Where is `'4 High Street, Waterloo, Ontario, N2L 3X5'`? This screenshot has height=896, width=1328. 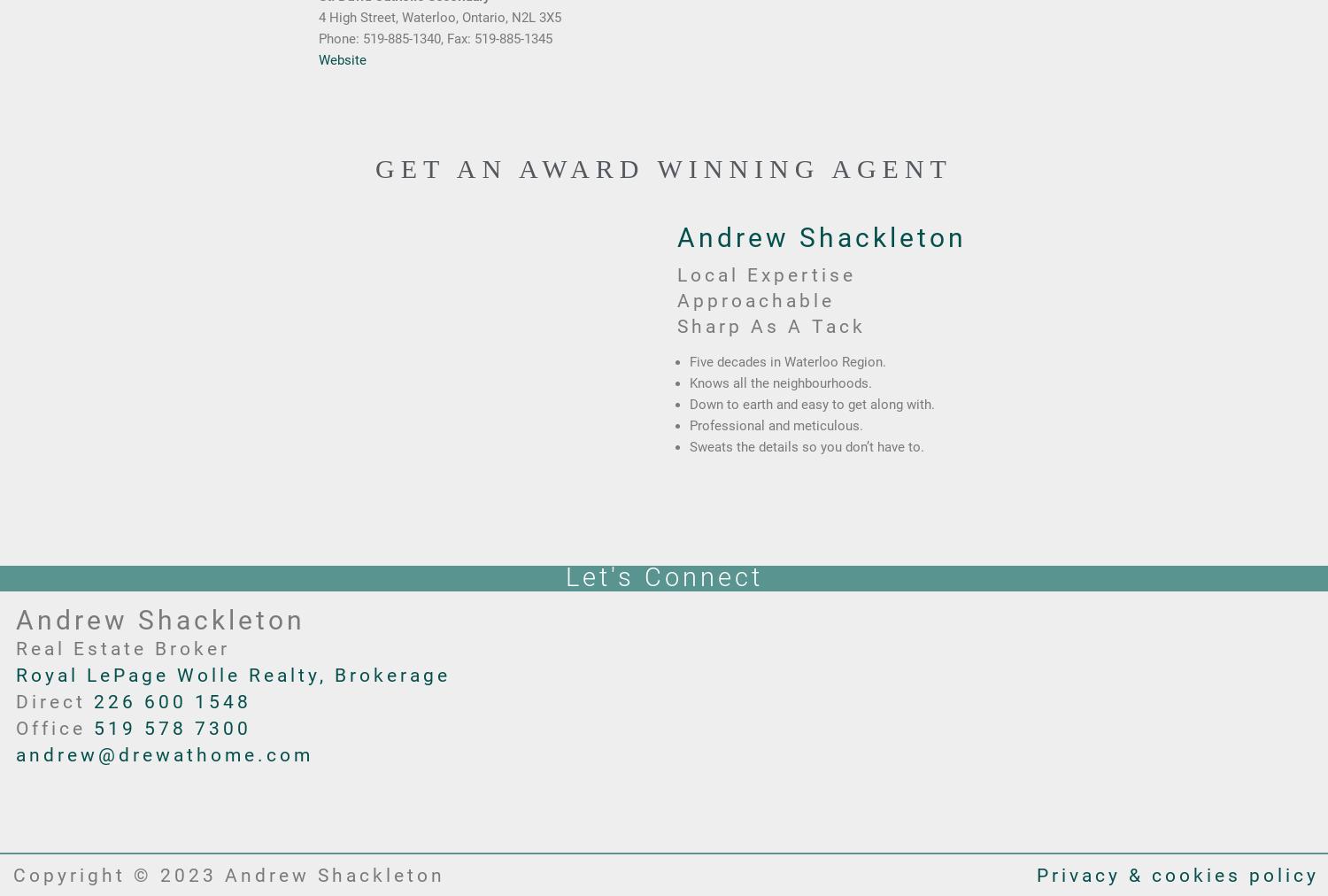
'4 High Street, Waterloo, Ontario, N2L 3X5' is located at coordinates (318, 16).